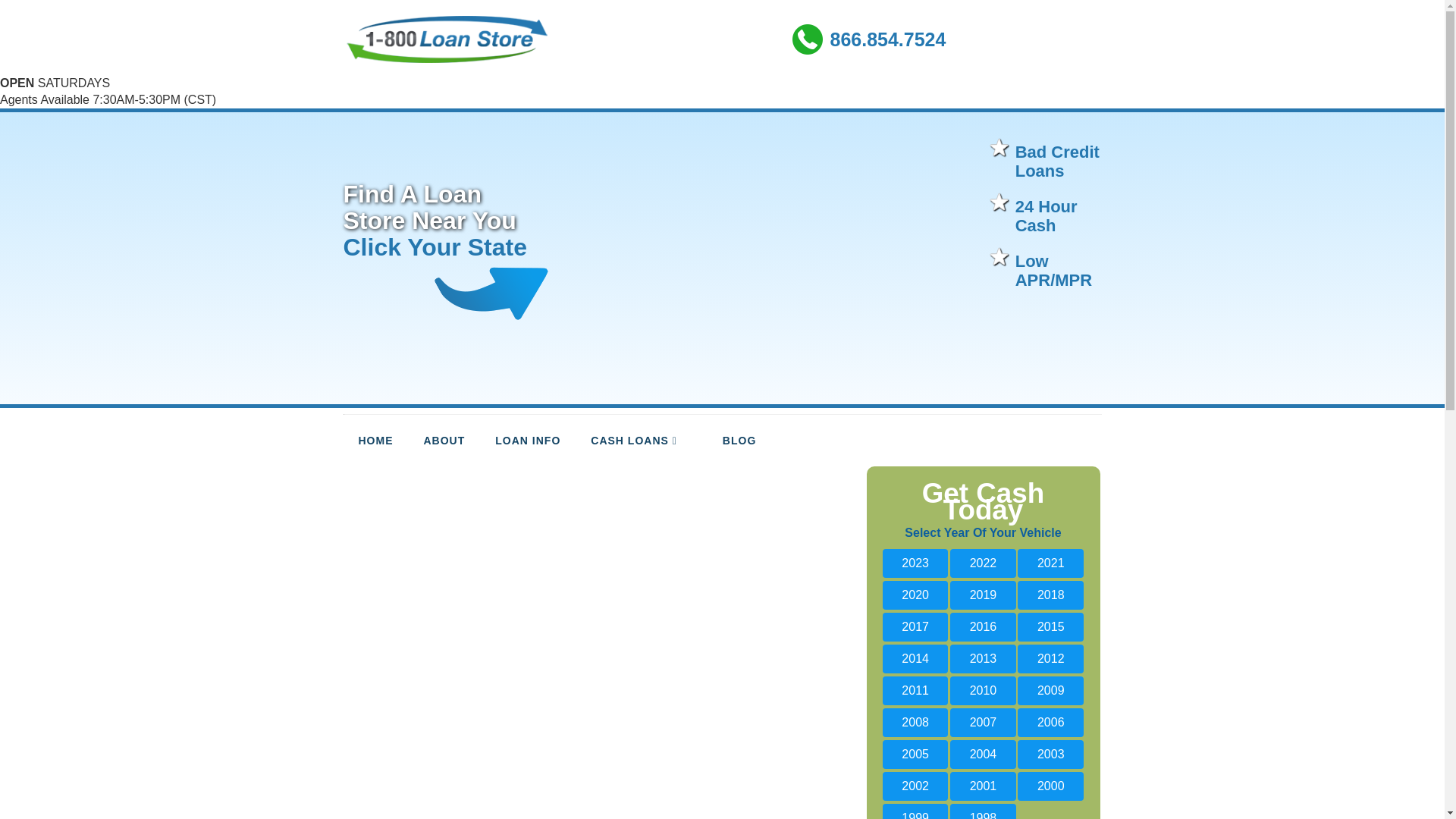 This screenshot has width=1456, height=819. I want to click on 'HOME', so click(375, 441).